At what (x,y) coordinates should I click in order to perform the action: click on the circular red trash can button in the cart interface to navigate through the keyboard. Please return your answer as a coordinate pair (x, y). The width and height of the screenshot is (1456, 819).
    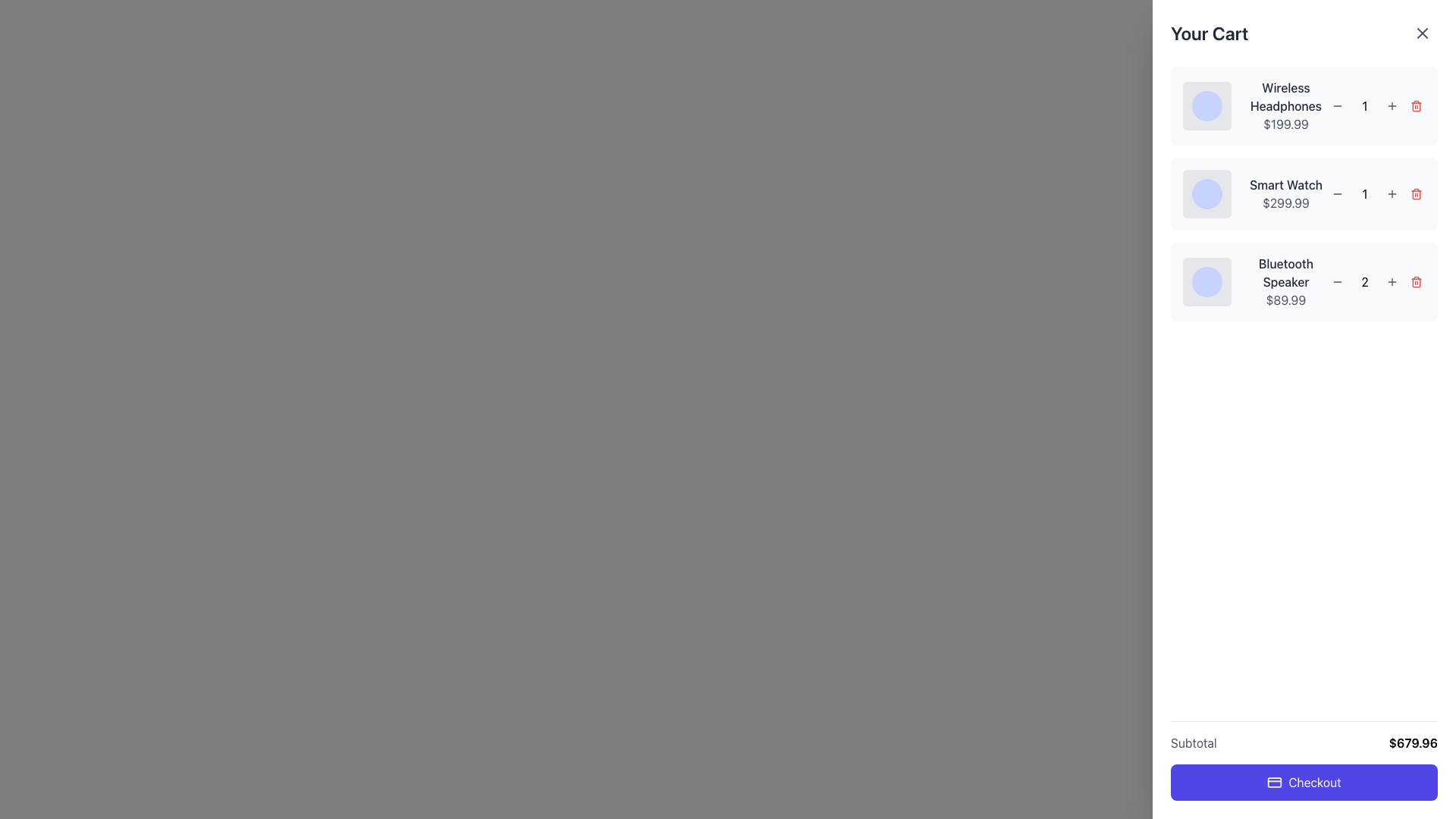
    Looking at the image, I should click on (1415, 193).